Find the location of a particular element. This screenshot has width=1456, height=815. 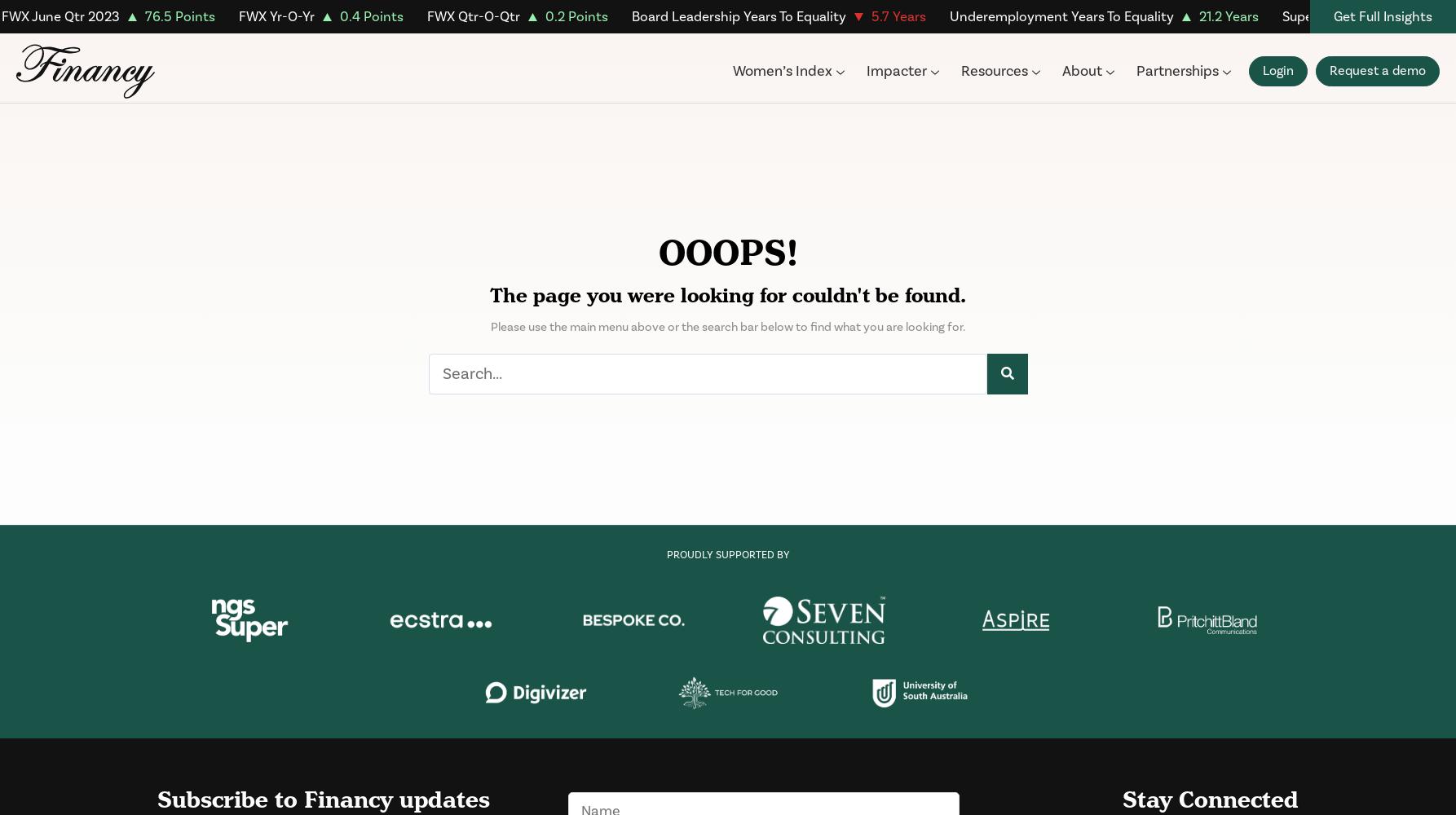

'The page you were looking for couldn't be found.' is located at coordinates (728, 295).